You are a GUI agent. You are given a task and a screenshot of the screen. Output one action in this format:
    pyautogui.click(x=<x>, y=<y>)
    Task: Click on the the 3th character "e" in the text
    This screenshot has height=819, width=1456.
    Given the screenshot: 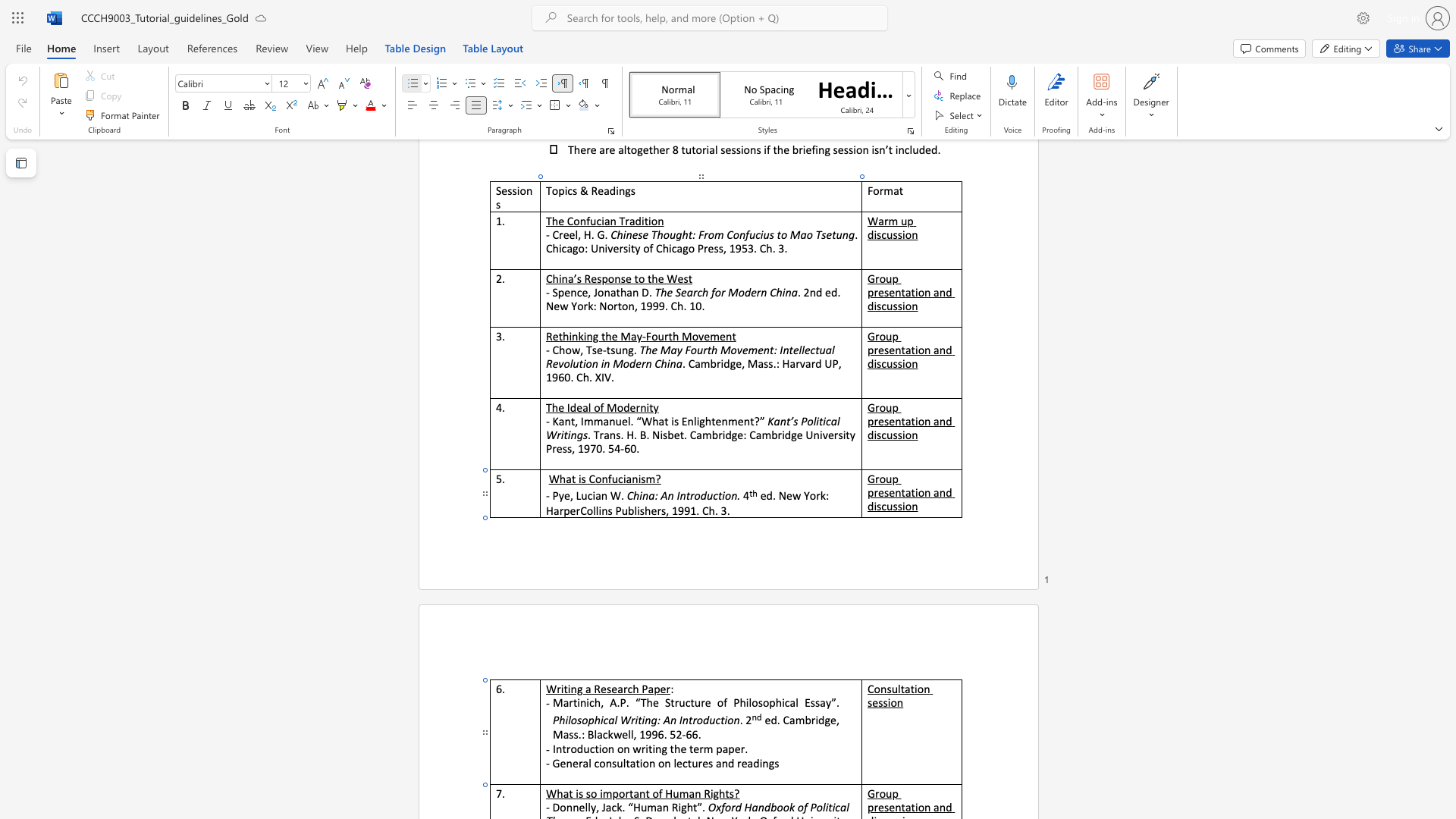 What is the action you would take?
    pyautogui.click(x=679, y=763)
    